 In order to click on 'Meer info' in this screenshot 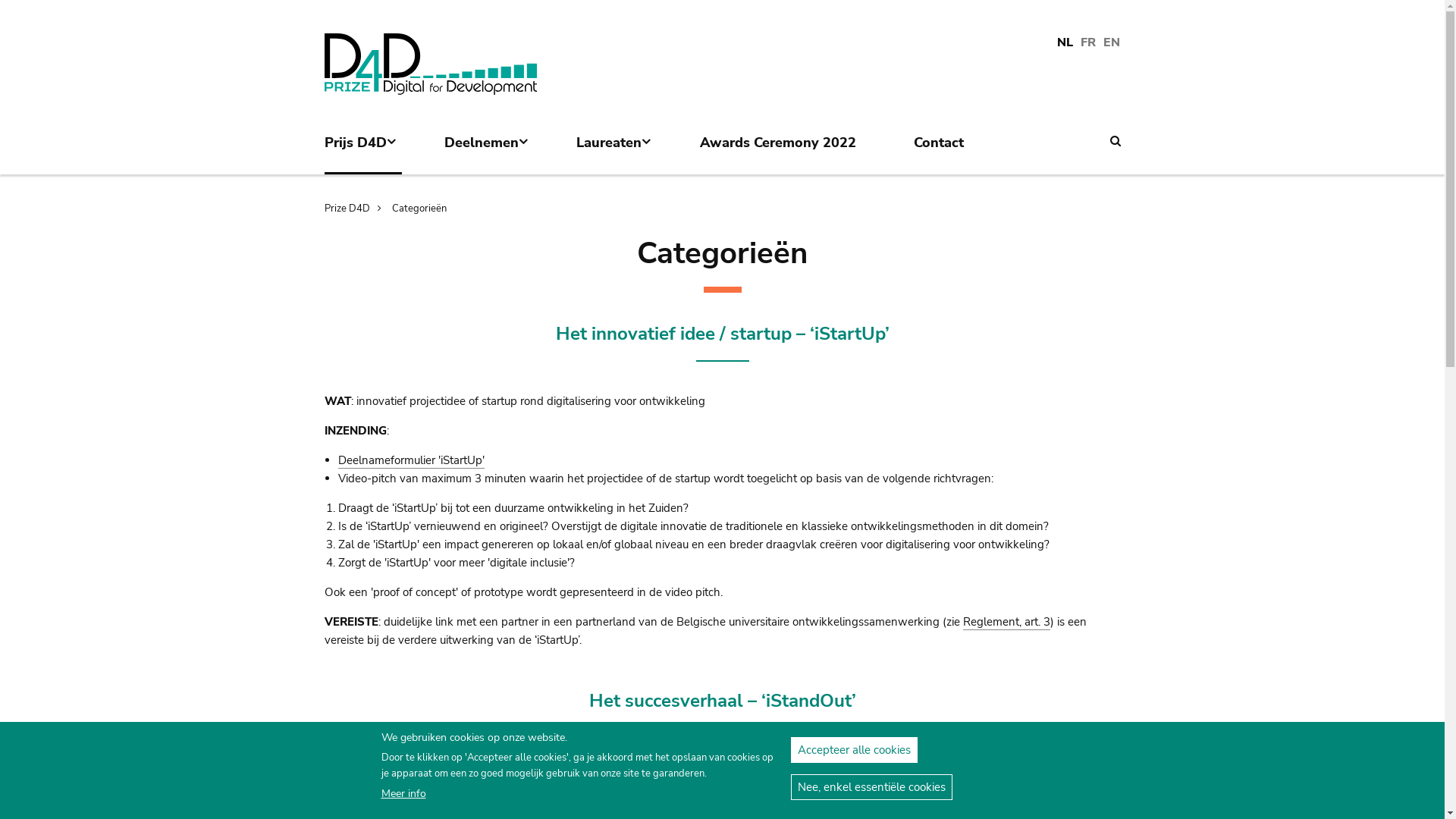, I will do `click(403, 792)`.